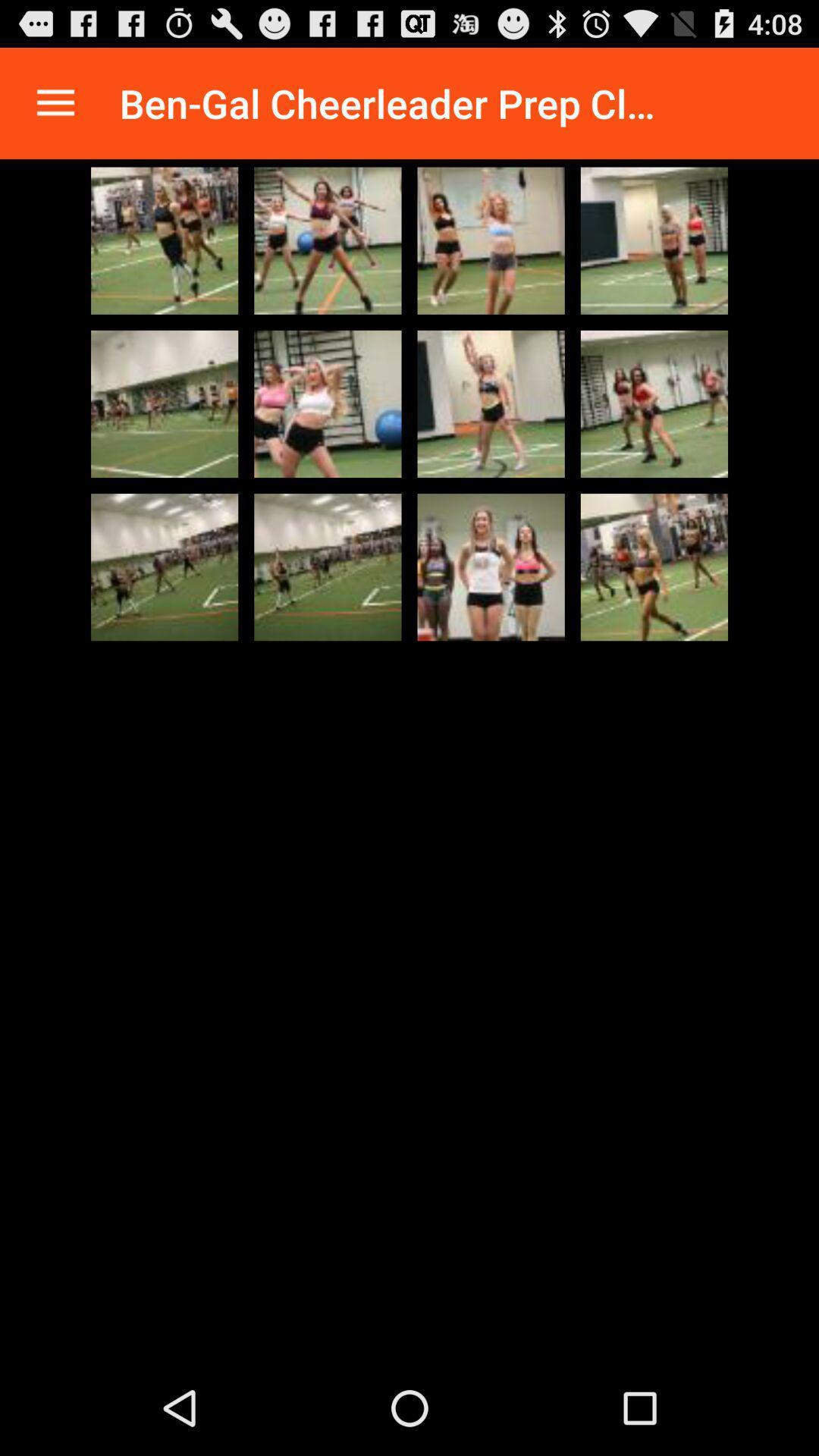 The height and width of the screenshot is (1456, 819). Describe the element at coordinates (55, 102) in the screenshot. I see `the app to the left of ben gal cheerleader app` at that location.